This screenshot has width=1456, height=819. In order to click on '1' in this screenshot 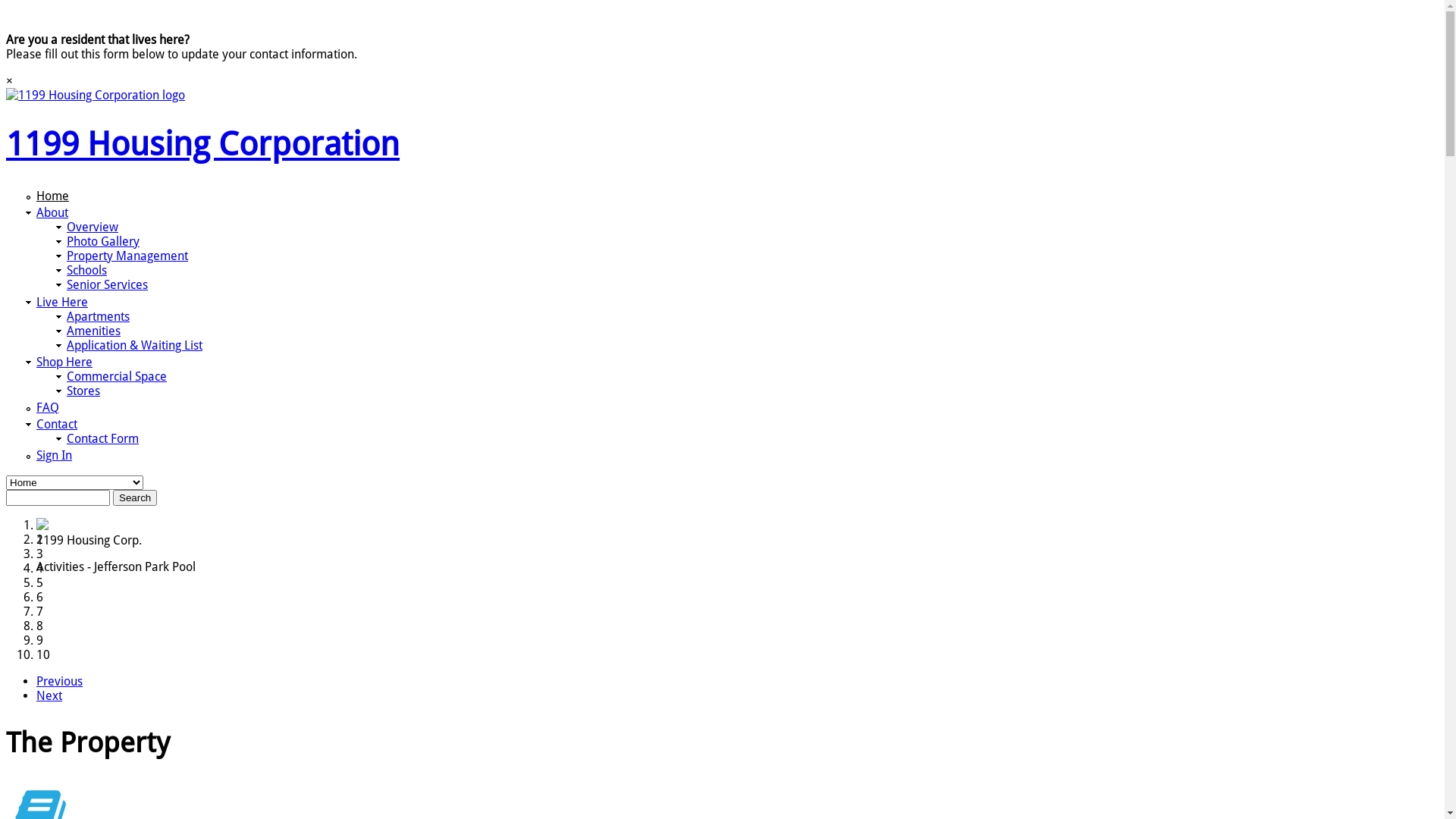, I will do `click(39, 524)`.